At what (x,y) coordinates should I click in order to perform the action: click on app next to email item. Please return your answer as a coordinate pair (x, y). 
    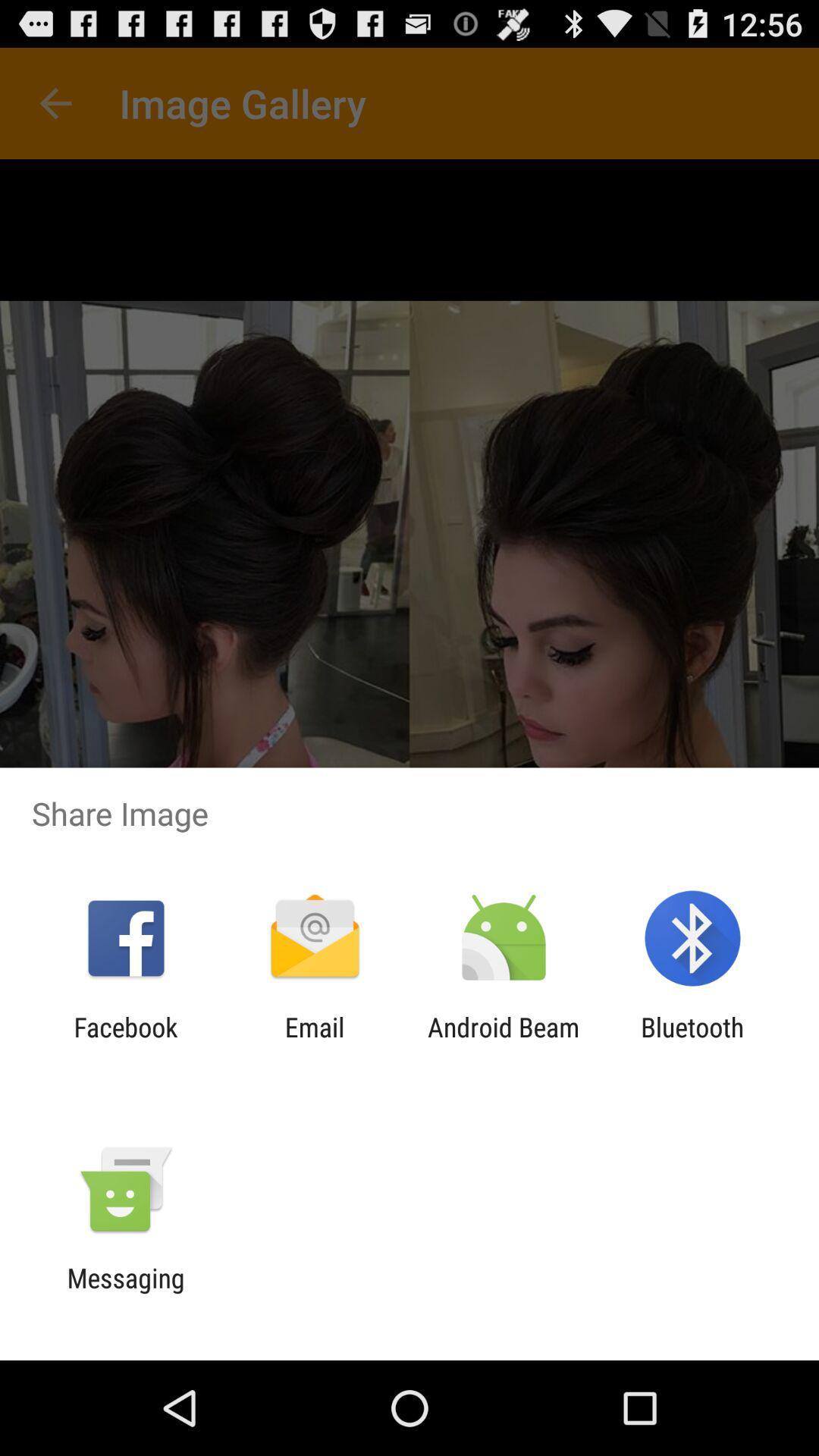
    Looking at the image, I should click on (504, 1042).